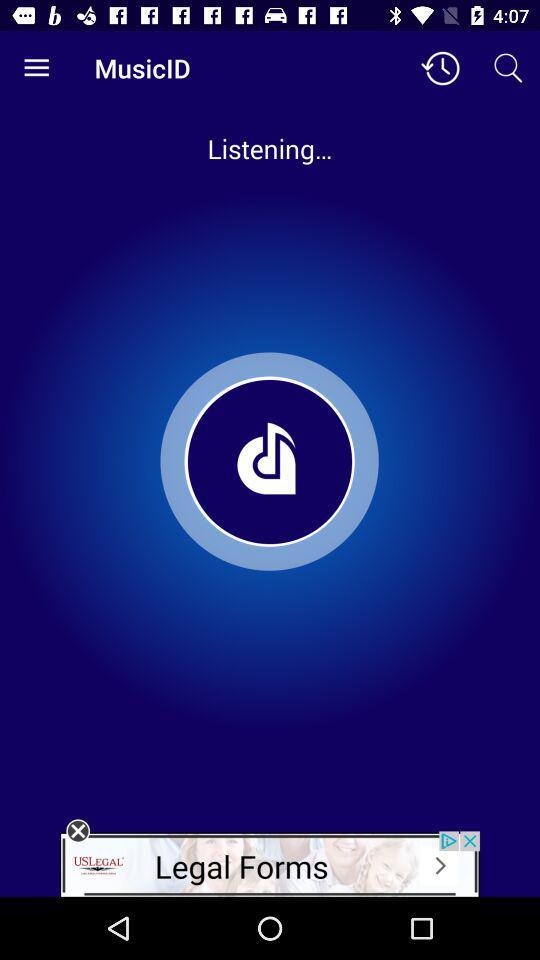 This screenshot has height=960, width=540. Describe the element at coordinates (77, 831) in the screenshot. I see `remove botton` at that location.